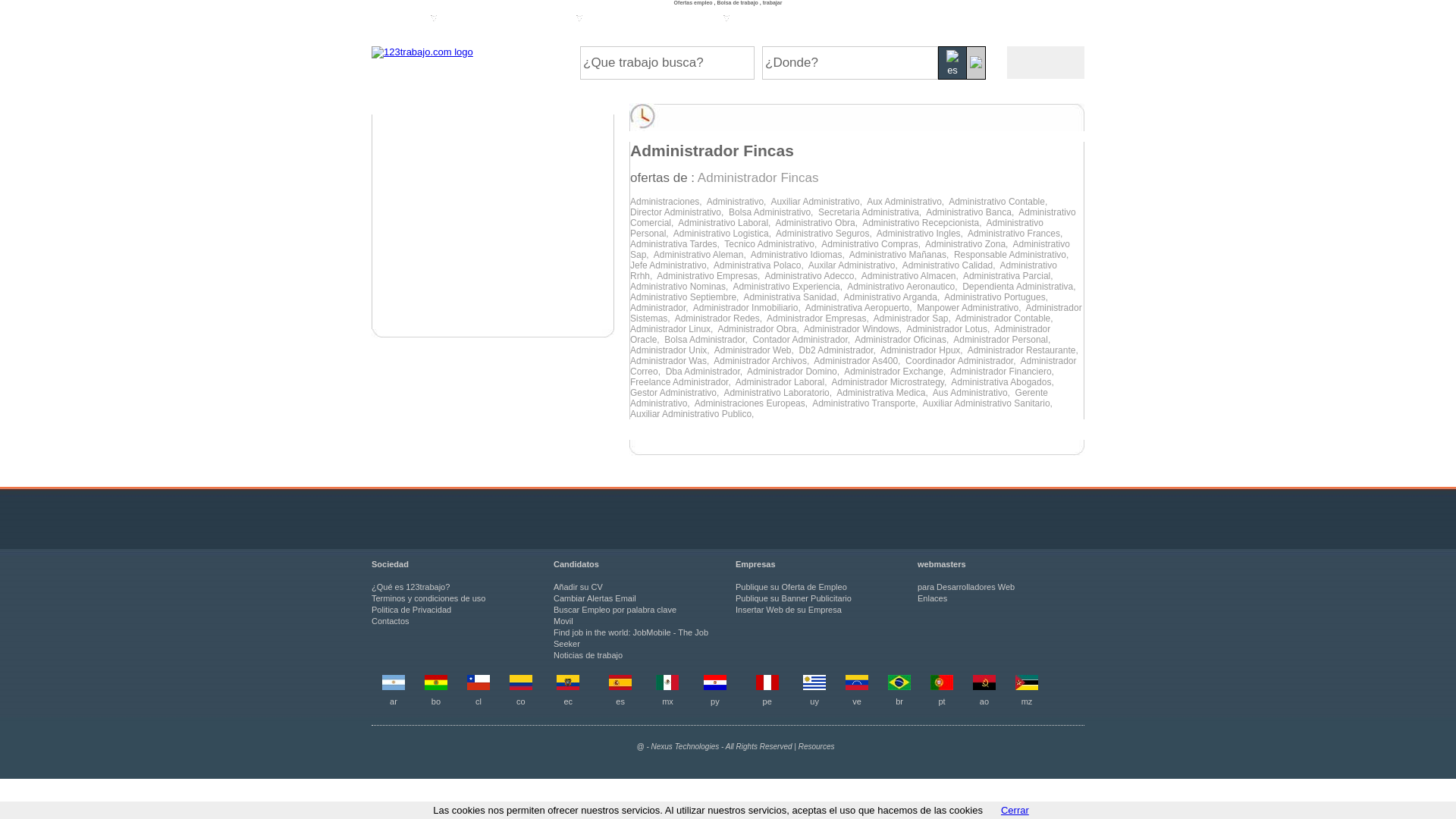 The height and width of the screenshot is (819, 1456). What do you see at coordinates (1012, 253) in the screenshot?
I see `'Responsable Administrativo, '` at bounding box center [1012, 253].